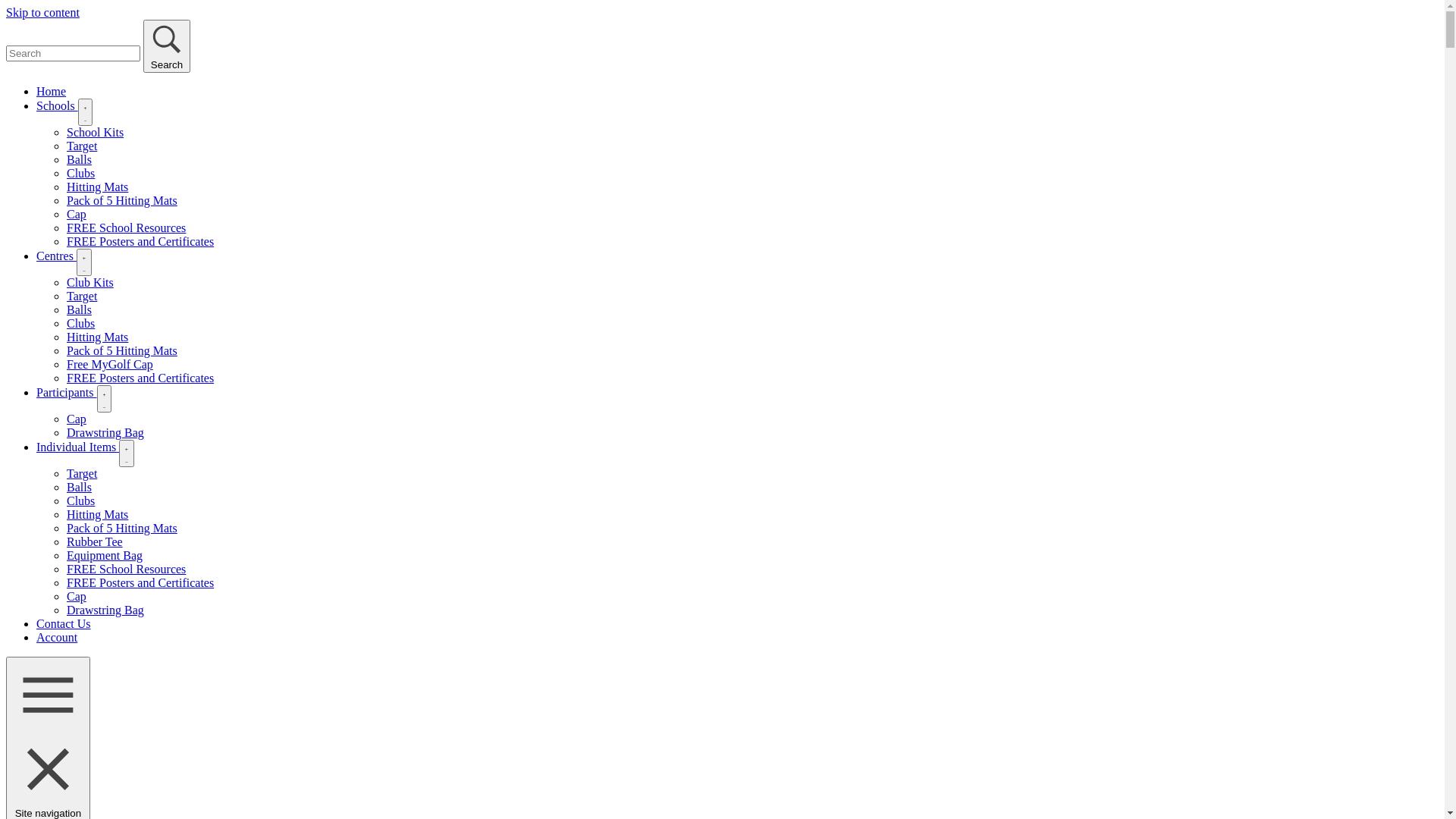 The width and height of the screenshot is (1456, 819). Describe the element at coordinates (65, 199) in the screenshot. I see `'Pack of 5 Hitting Mats'` at that location.